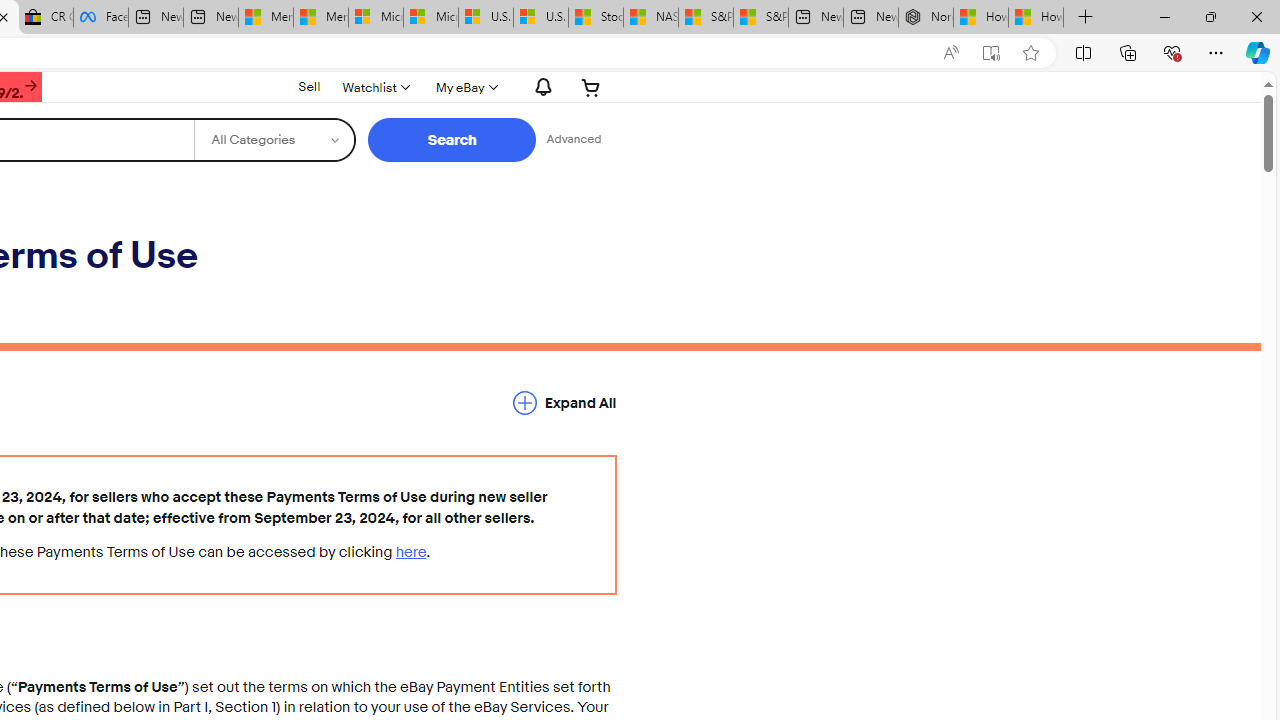  Describe the element at coordinates (464, 86) in the screenshot. I see `'My eBayExpand My eBay'` at that location.